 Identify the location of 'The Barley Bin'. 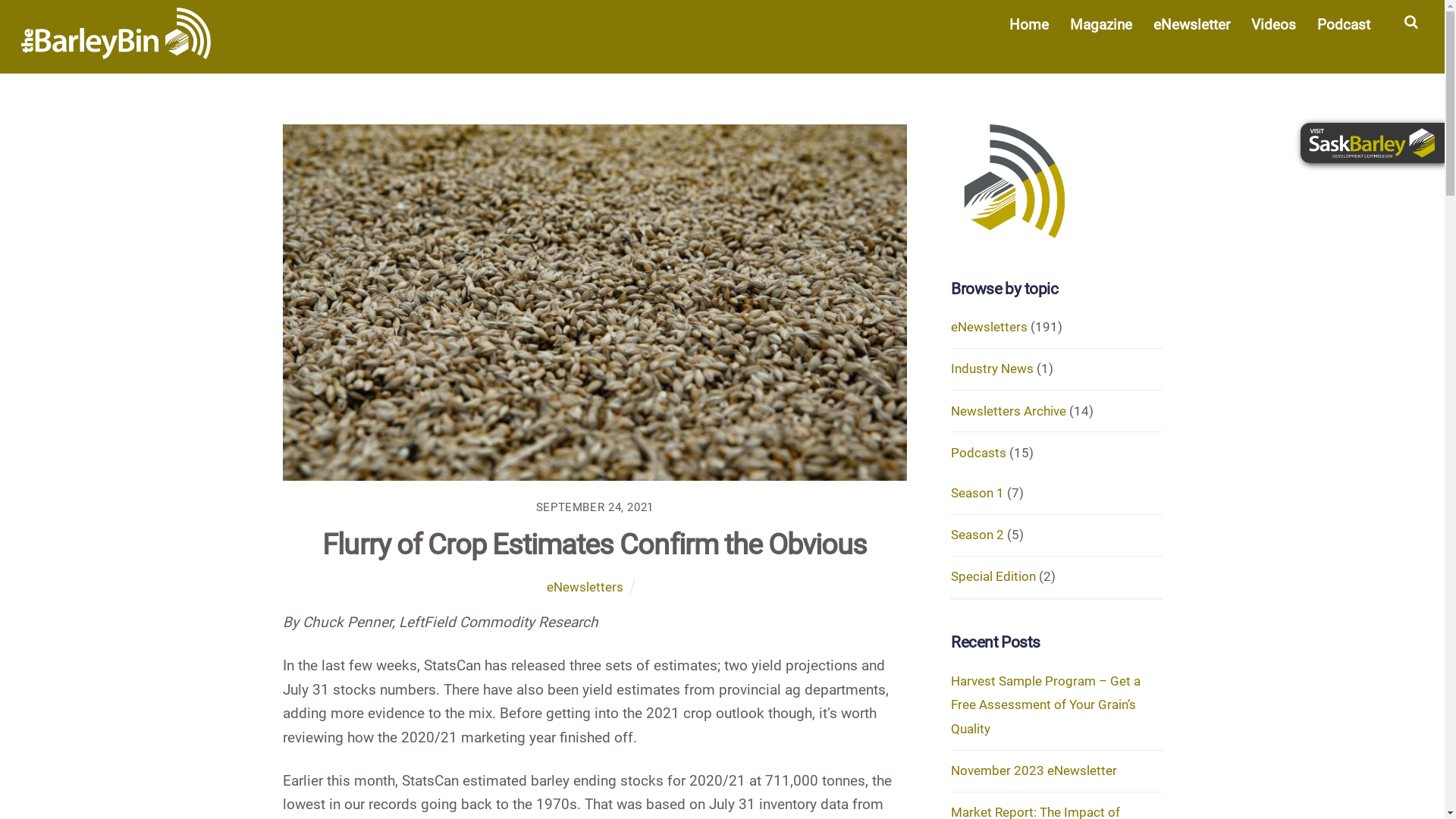
(21, 49).